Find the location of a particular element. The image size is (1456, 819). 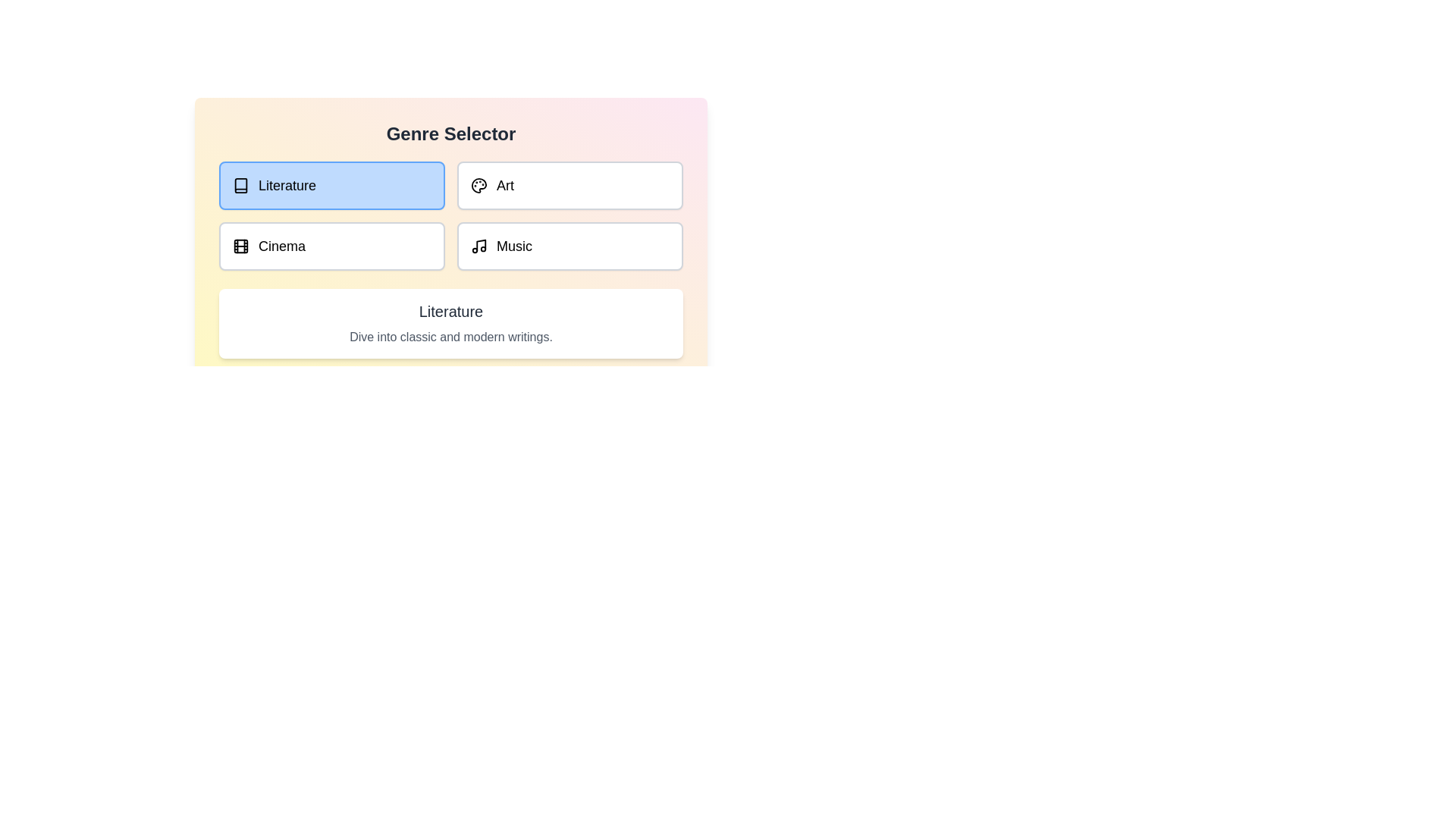

the small closed book icon with a rectangular outline located in the upper-left portion of the 'Literature' button, which is part of a genre selection box is located at coordinates (240, 185).